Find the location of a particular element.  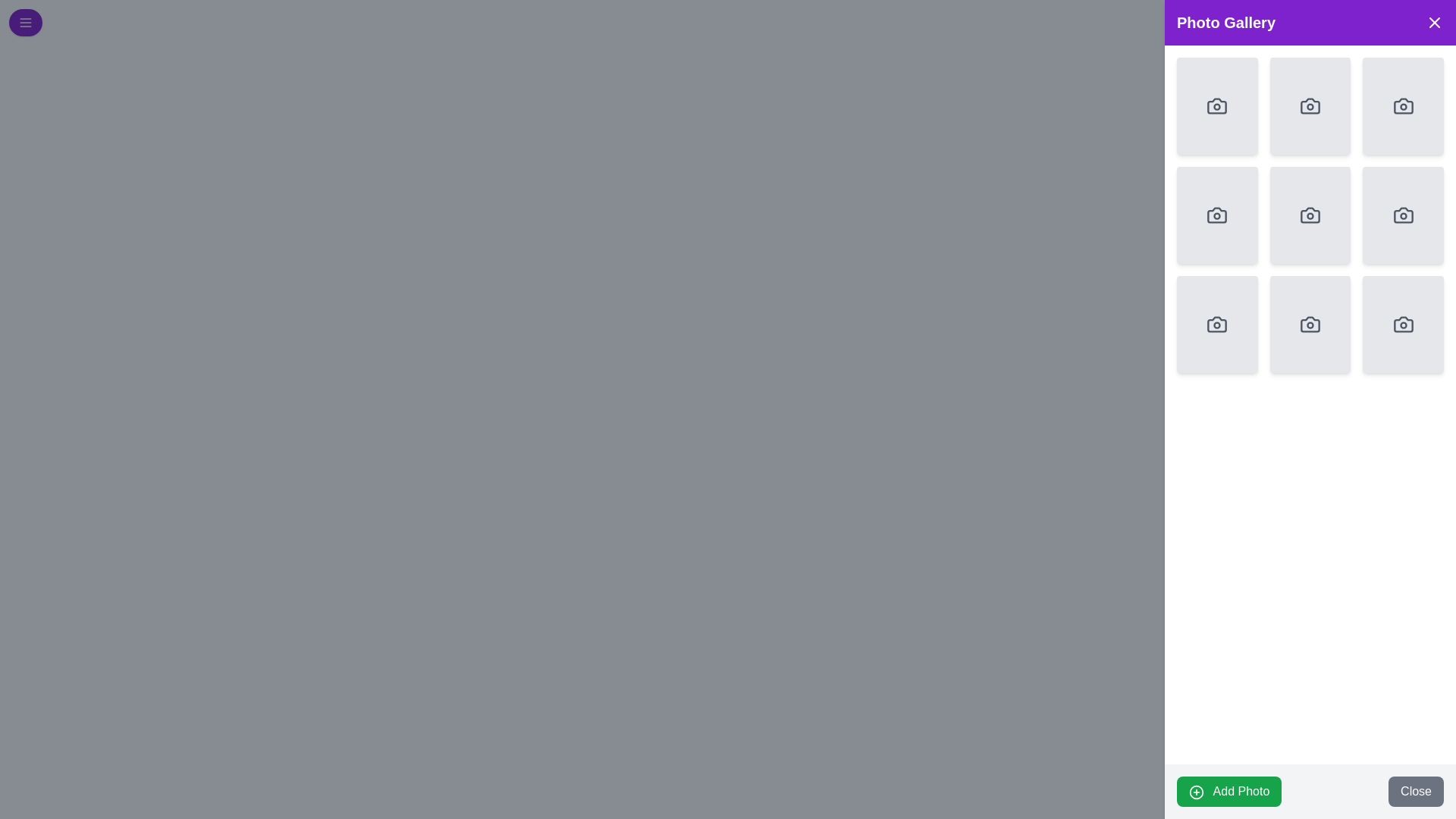

the 'Add Photo' button located at the bottom left of the Photo Gallery panel to change its color is located at coordinates (1229, 791).